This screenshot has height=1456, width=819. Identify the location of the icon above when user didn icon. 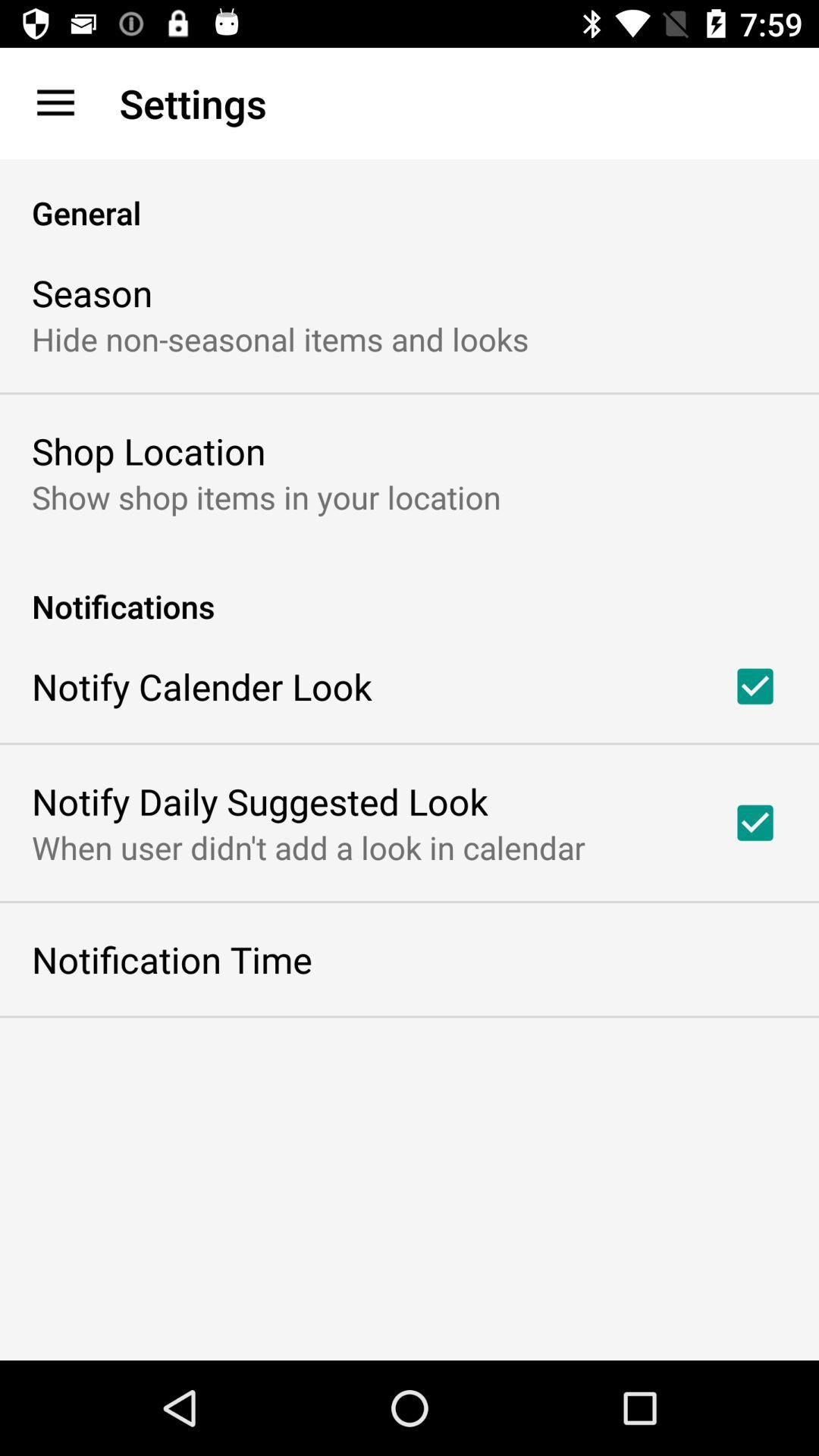
(259, 800).